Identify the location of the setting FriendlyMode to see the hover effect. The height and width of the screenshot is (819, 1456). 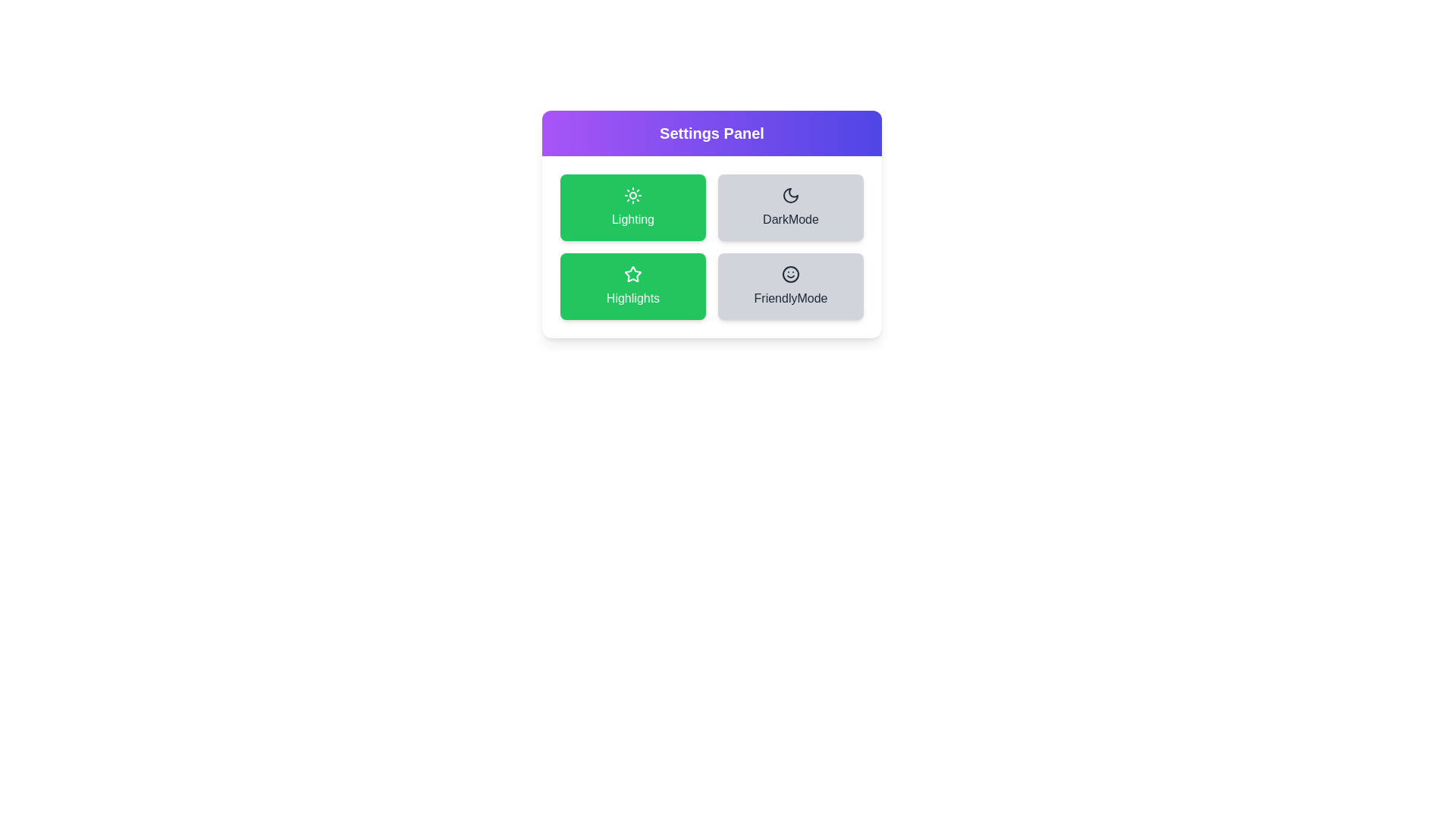
(789, 287).